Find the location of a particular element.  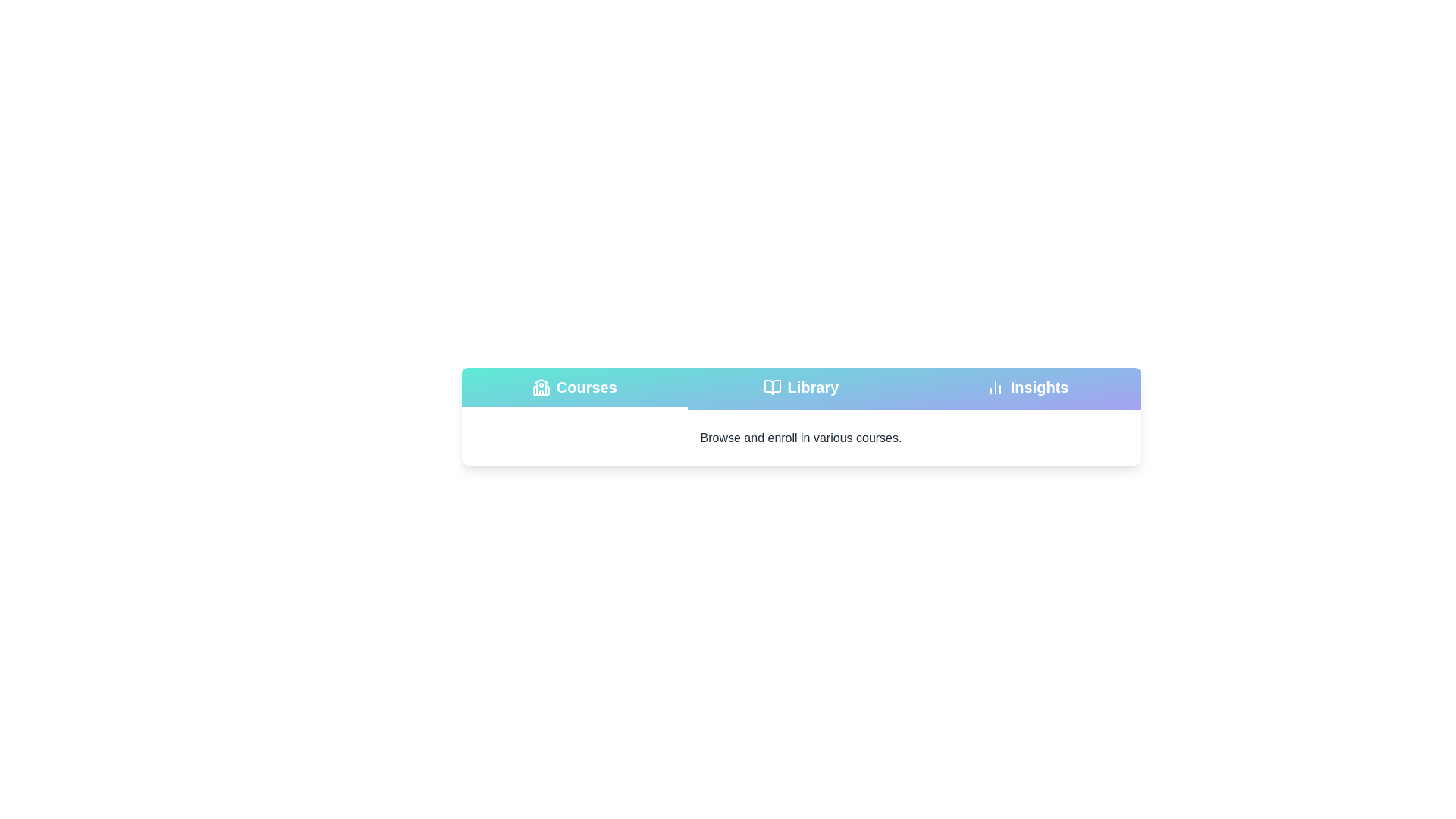

the tab labeled Courses to view its associated content is located at coordinates (573, 388).